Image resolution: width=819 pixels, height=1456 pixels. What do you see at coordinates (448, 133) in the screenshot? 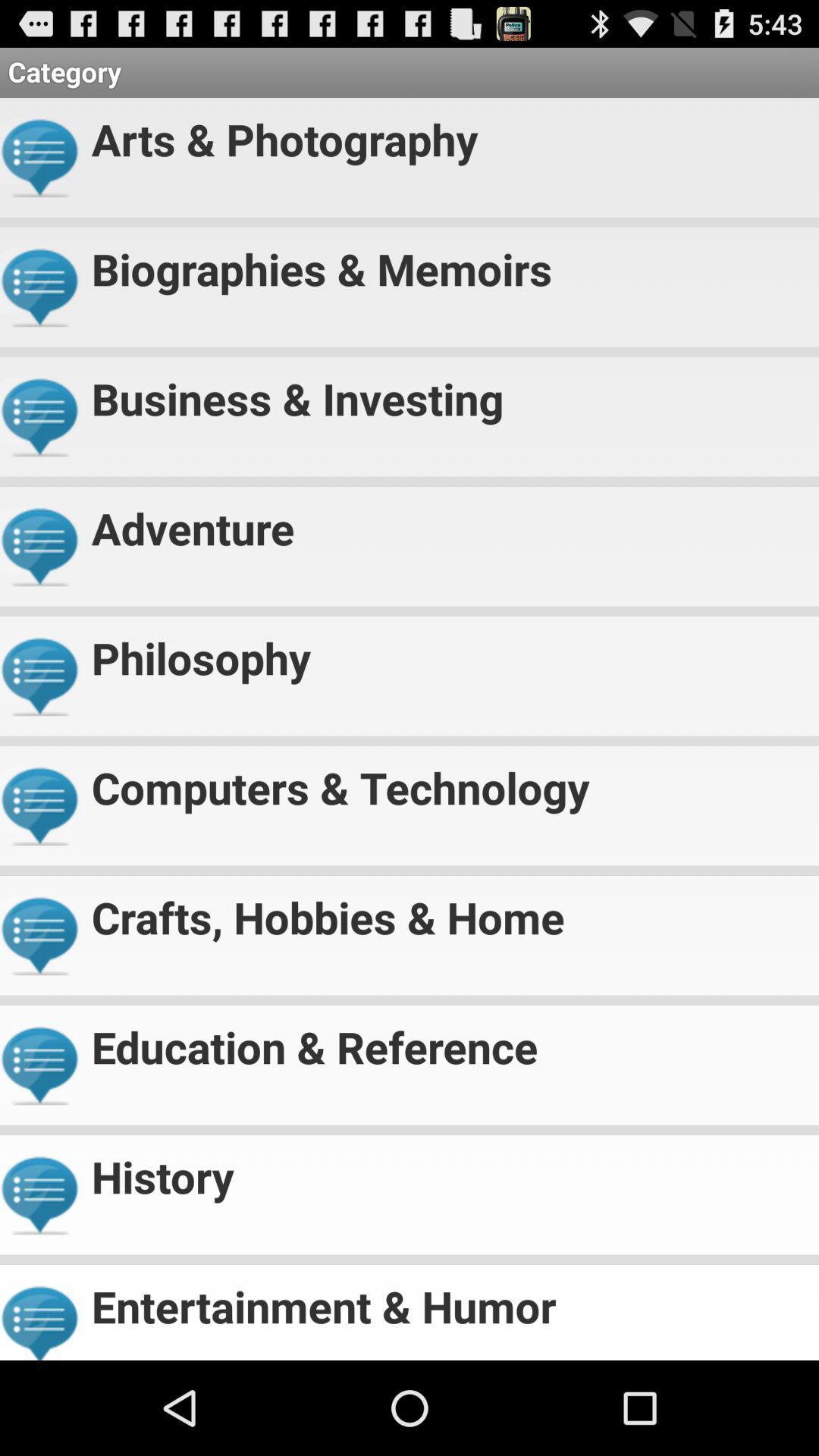
I see `the arts & photography  app` at bounding box center [448, 133].